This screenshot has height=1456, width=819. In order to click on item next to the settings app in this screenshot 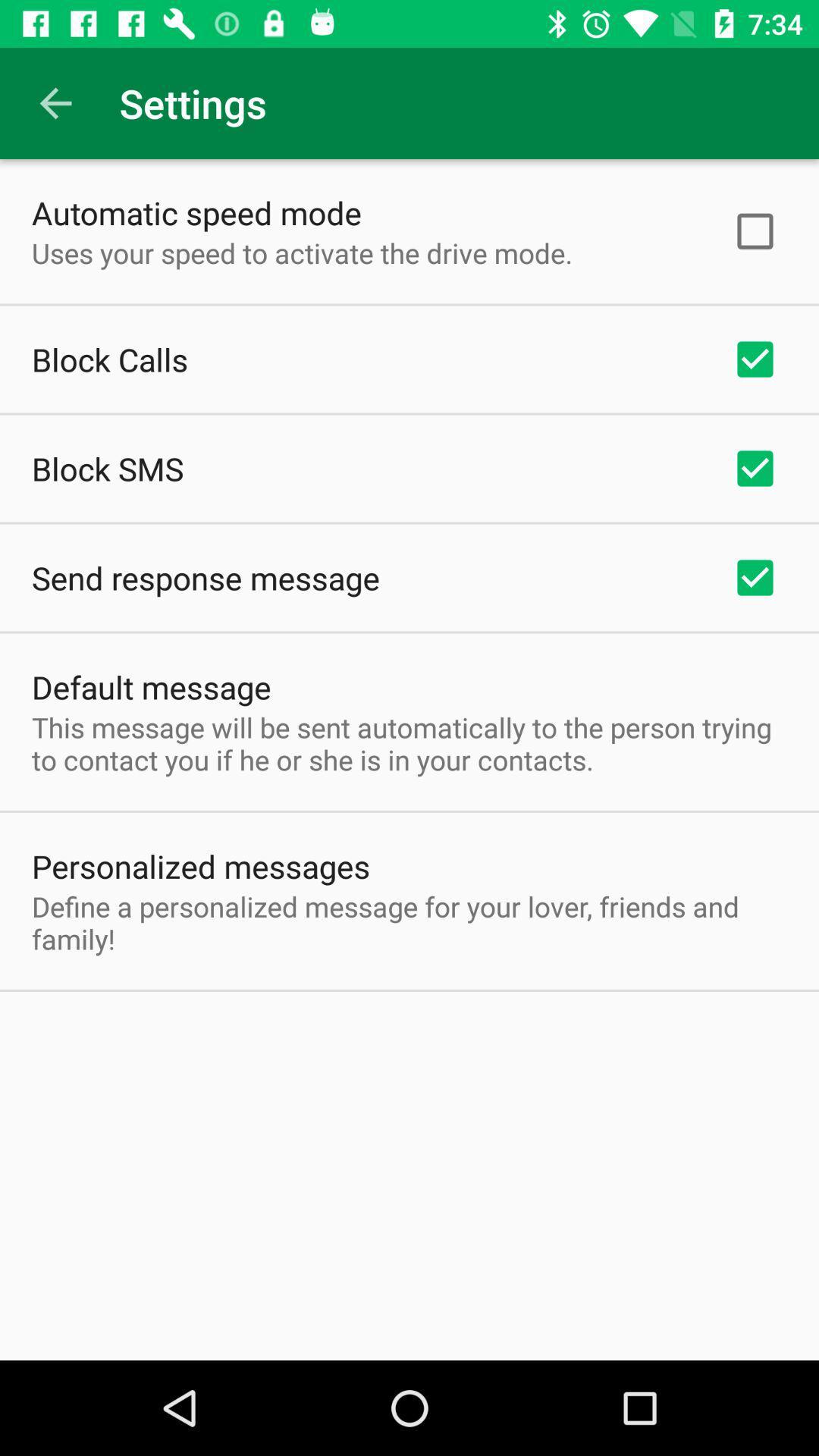, I will do `click(55, 102)`.